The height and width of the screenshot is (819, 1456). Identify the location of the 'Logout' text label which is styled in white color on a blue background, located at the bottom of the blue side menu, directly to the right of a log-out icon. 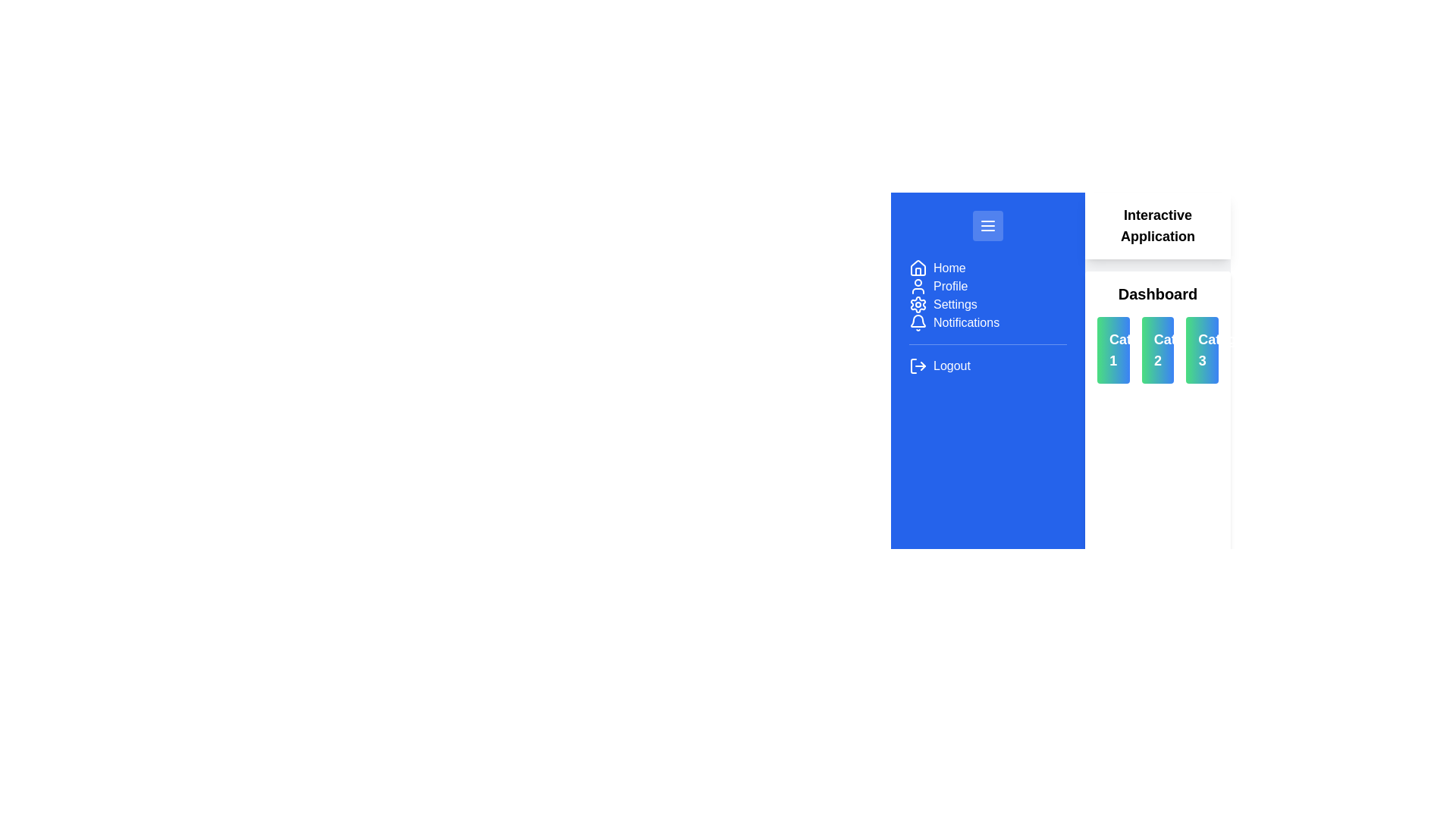
(951, 366).